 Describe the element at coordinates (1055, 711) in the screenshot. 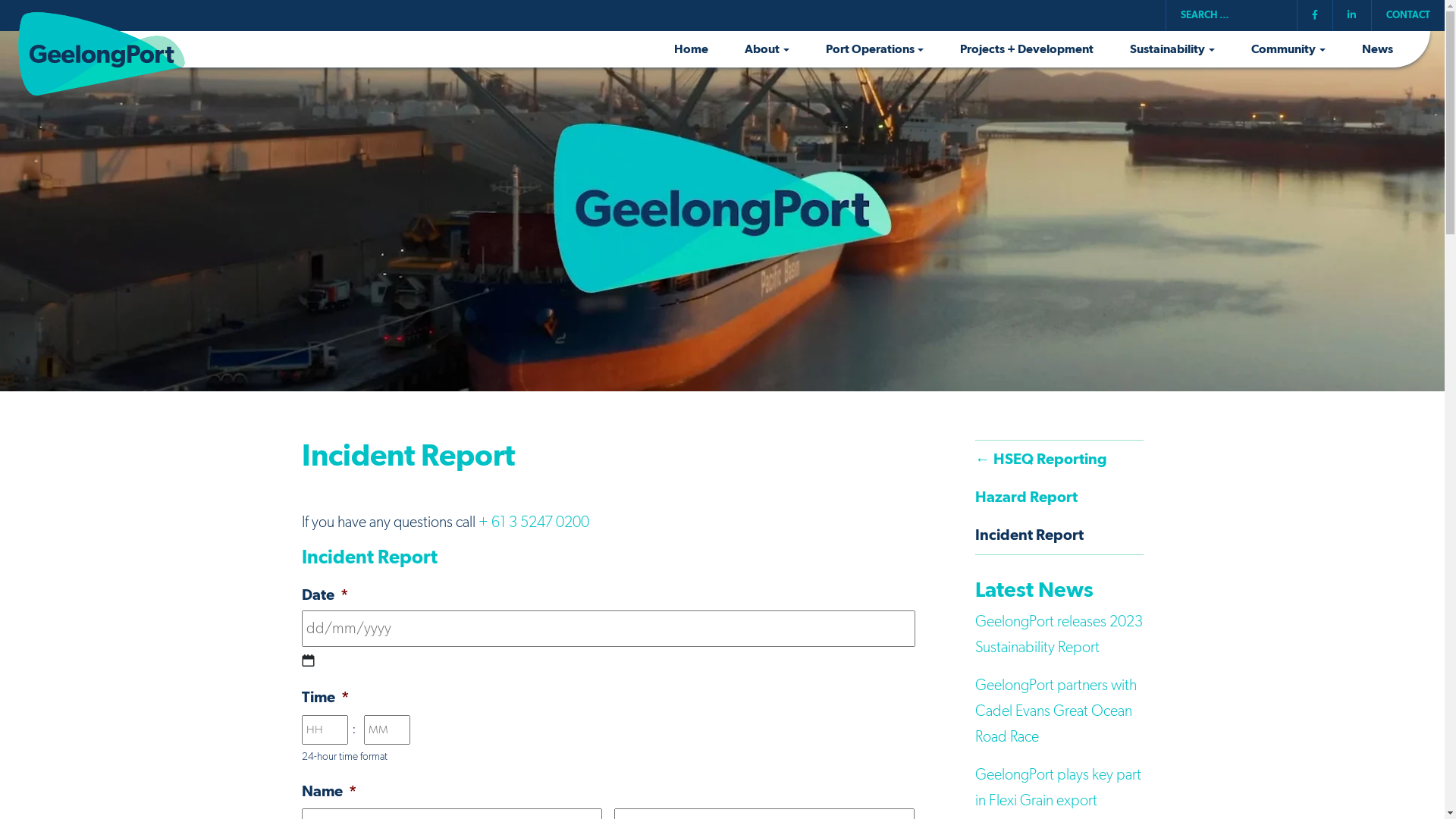

I see `'GeelongPort partners with Cadel Evans Great Ocean Road Race'` at that location.